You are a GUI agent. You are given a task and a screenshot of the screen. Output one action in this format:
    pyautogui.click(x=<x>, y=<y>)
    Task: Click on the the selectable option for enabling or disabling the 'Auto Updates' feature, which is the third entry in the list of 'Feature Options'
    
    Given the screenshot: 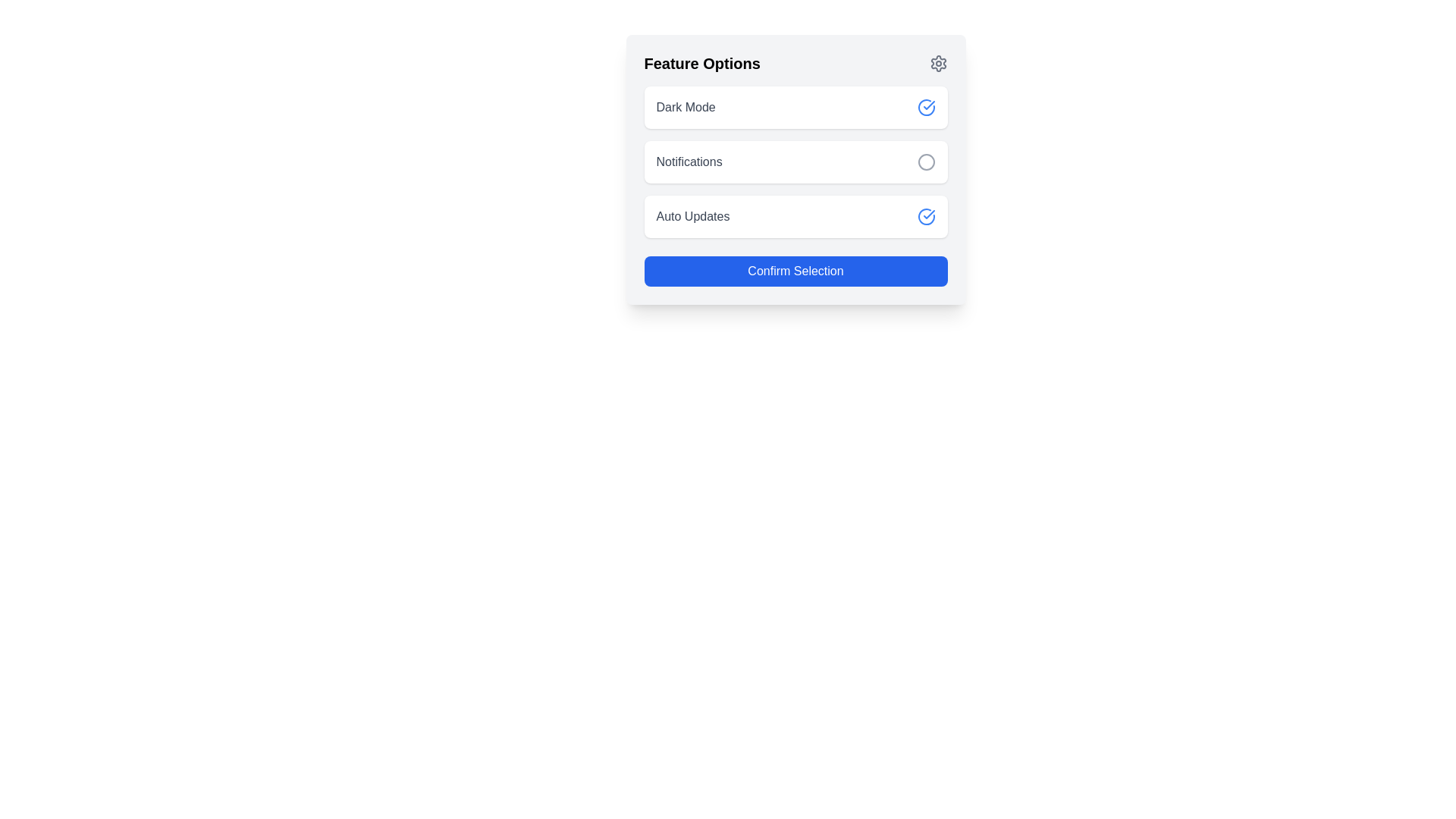 What is the action you would take?
    pyautogui.click(x=795, y=216)
    